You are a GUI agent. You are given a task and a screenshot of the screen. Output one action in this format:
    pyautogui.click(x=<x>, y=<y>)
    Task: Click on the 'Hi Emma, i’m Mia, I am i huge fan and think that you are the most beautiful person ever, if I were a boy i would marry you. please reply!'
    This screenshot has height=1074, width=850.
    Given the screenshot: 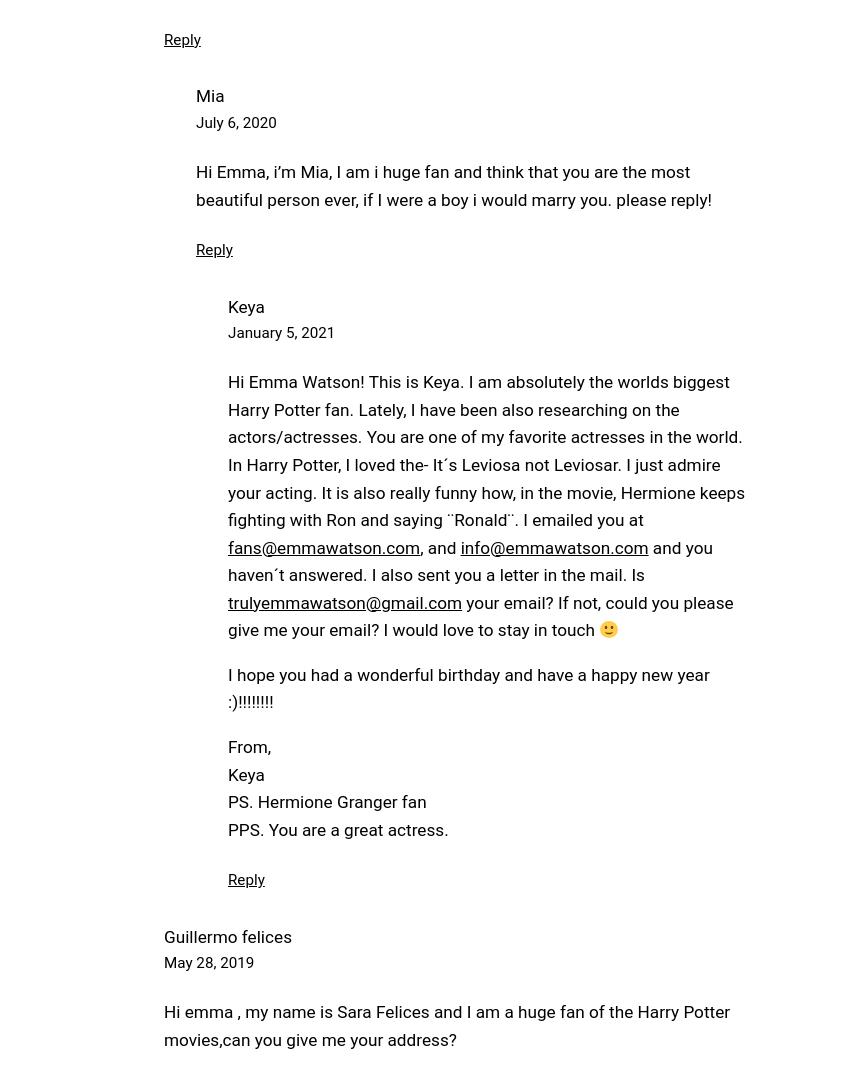 What is the action you would take?
    pyautogui.click(x=452, y=185)
    